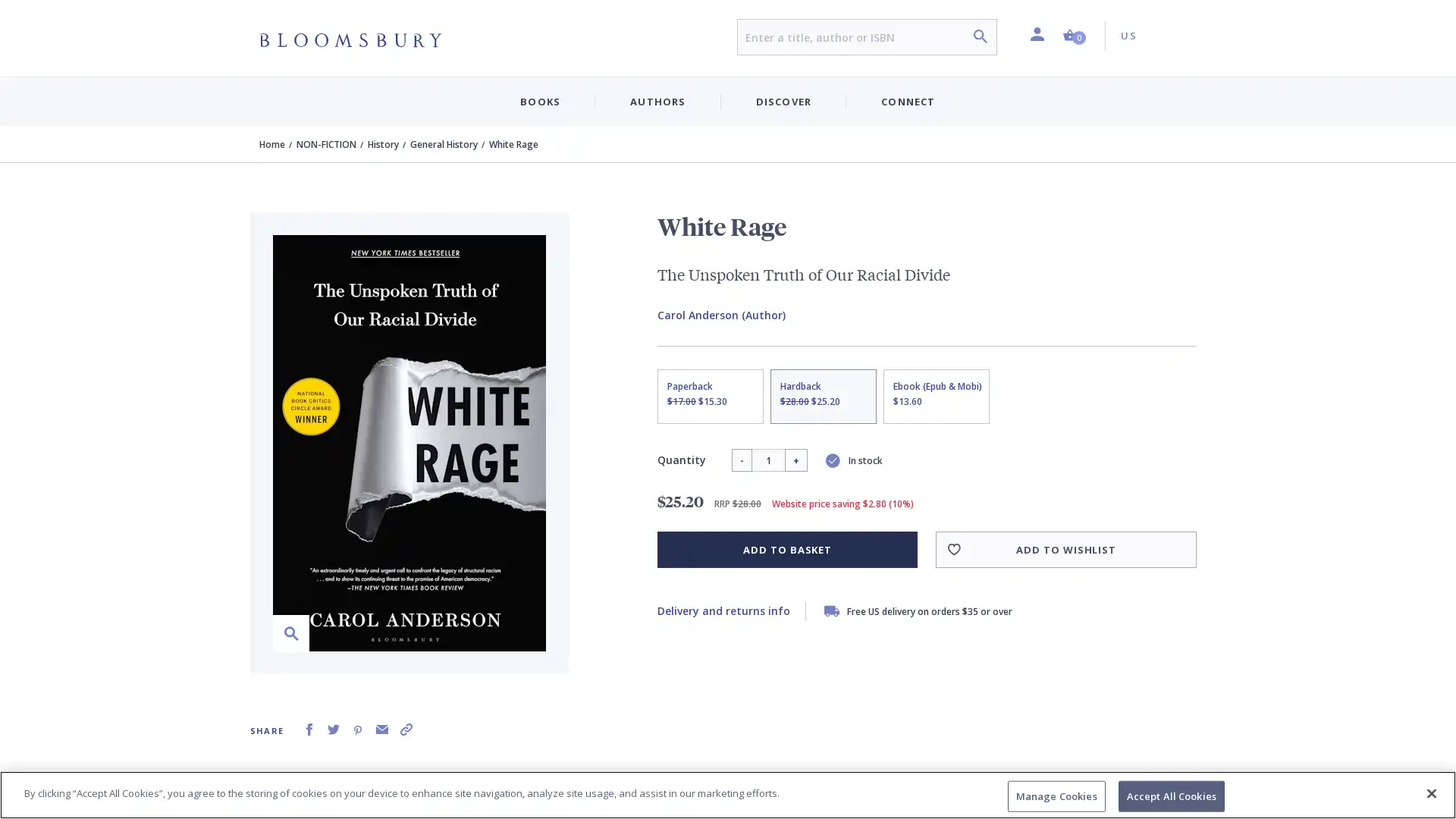 This screenshot has height=819, width=1456. I want to click on -, so click(741, 459).